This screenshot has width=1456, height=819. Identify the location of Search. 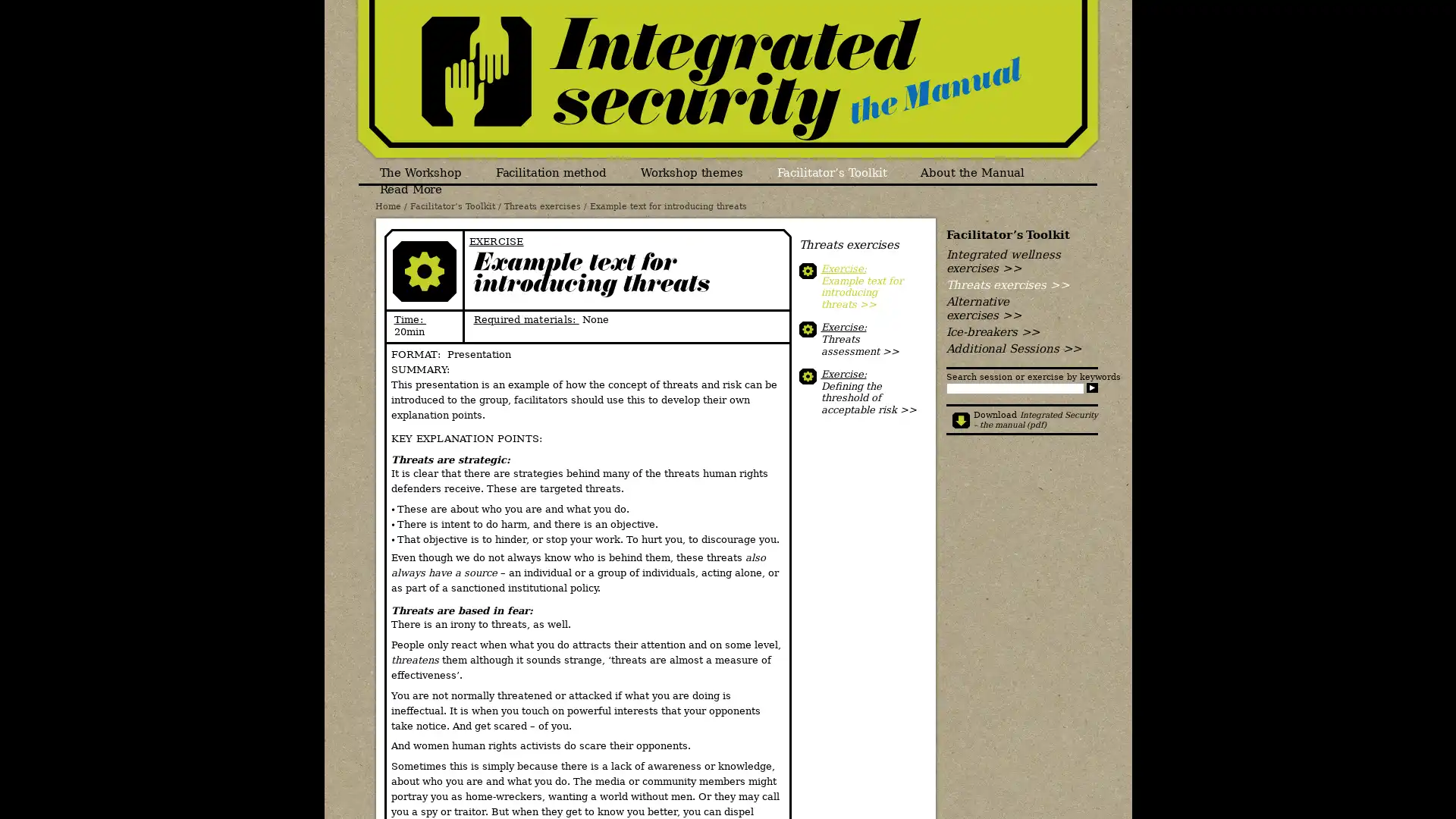
(1090, 387).